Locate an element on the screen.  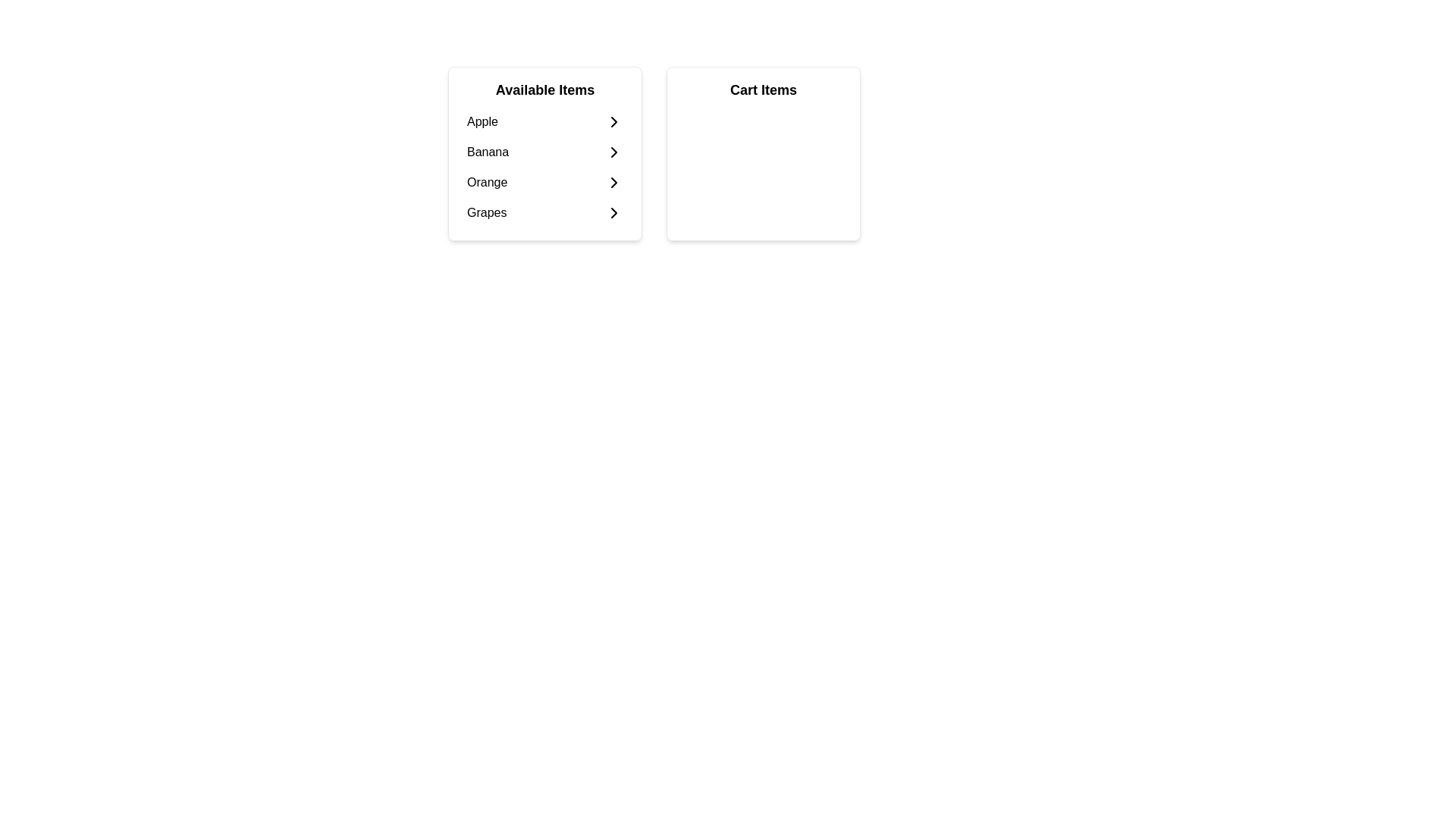
the rightwards-pointing chevron arrow associated with the 'Orange' item in the 'Available Items' list is located at coordinates (614, 181).